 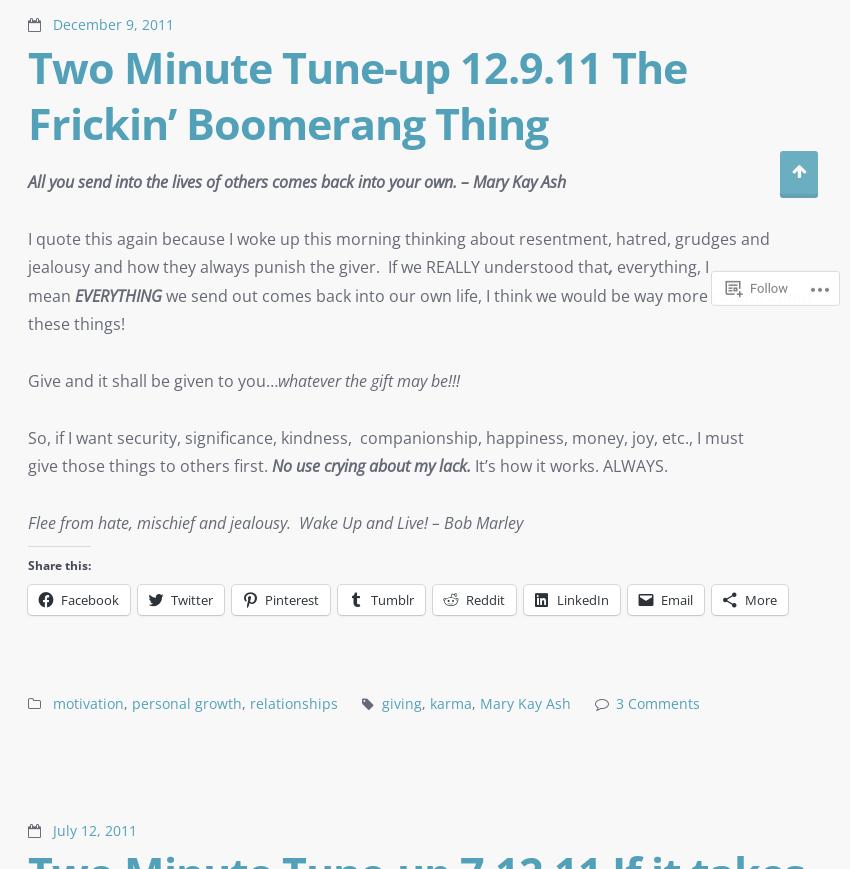 What do you see at coordinates (524, 703) in the screenshot?
I see `'Mary Kay Ash'` at bounding box center [524, 703].